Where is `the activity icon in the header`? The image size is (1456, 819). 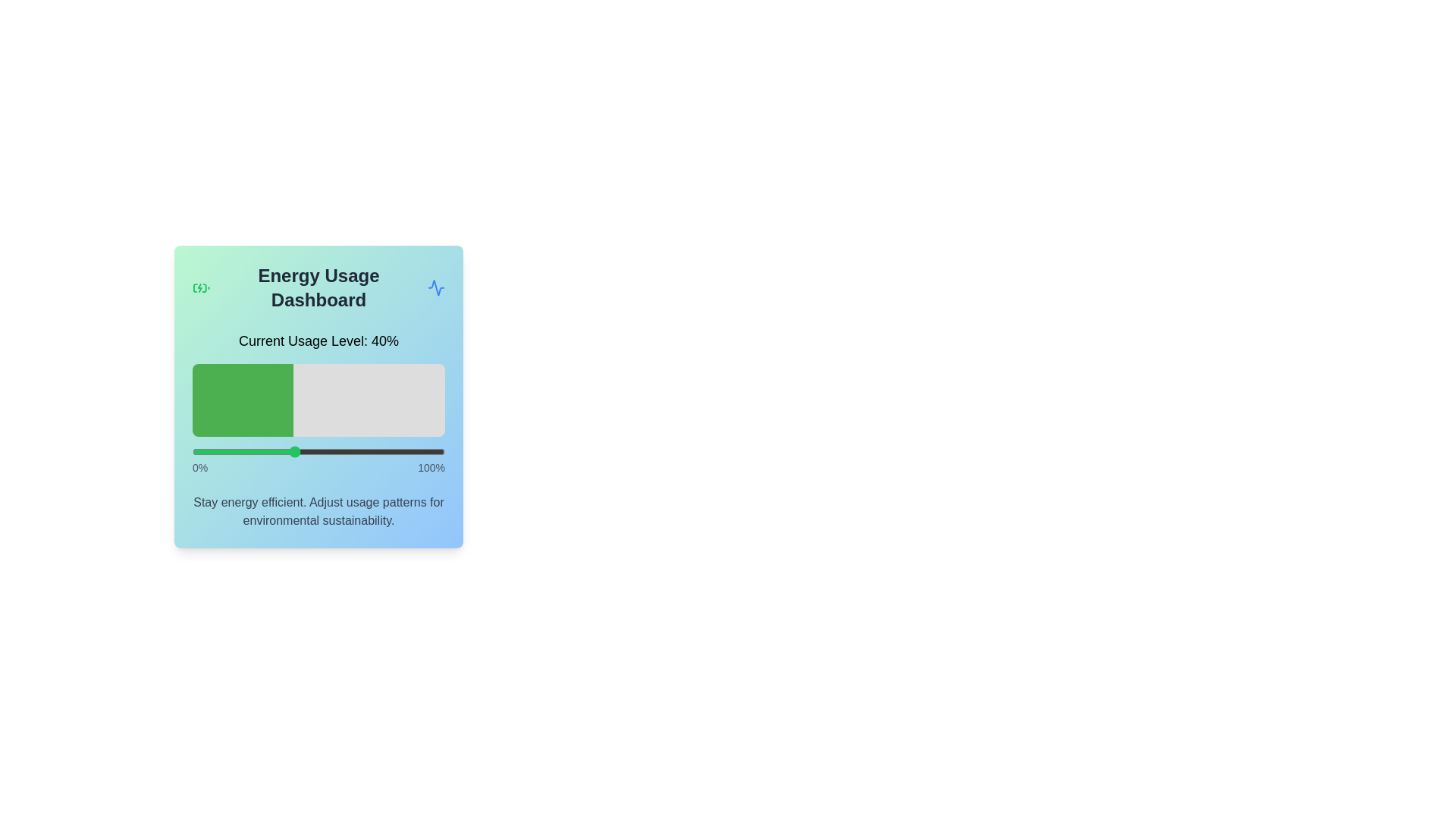 the activity icon in the header is located at coordinates (435, 288).